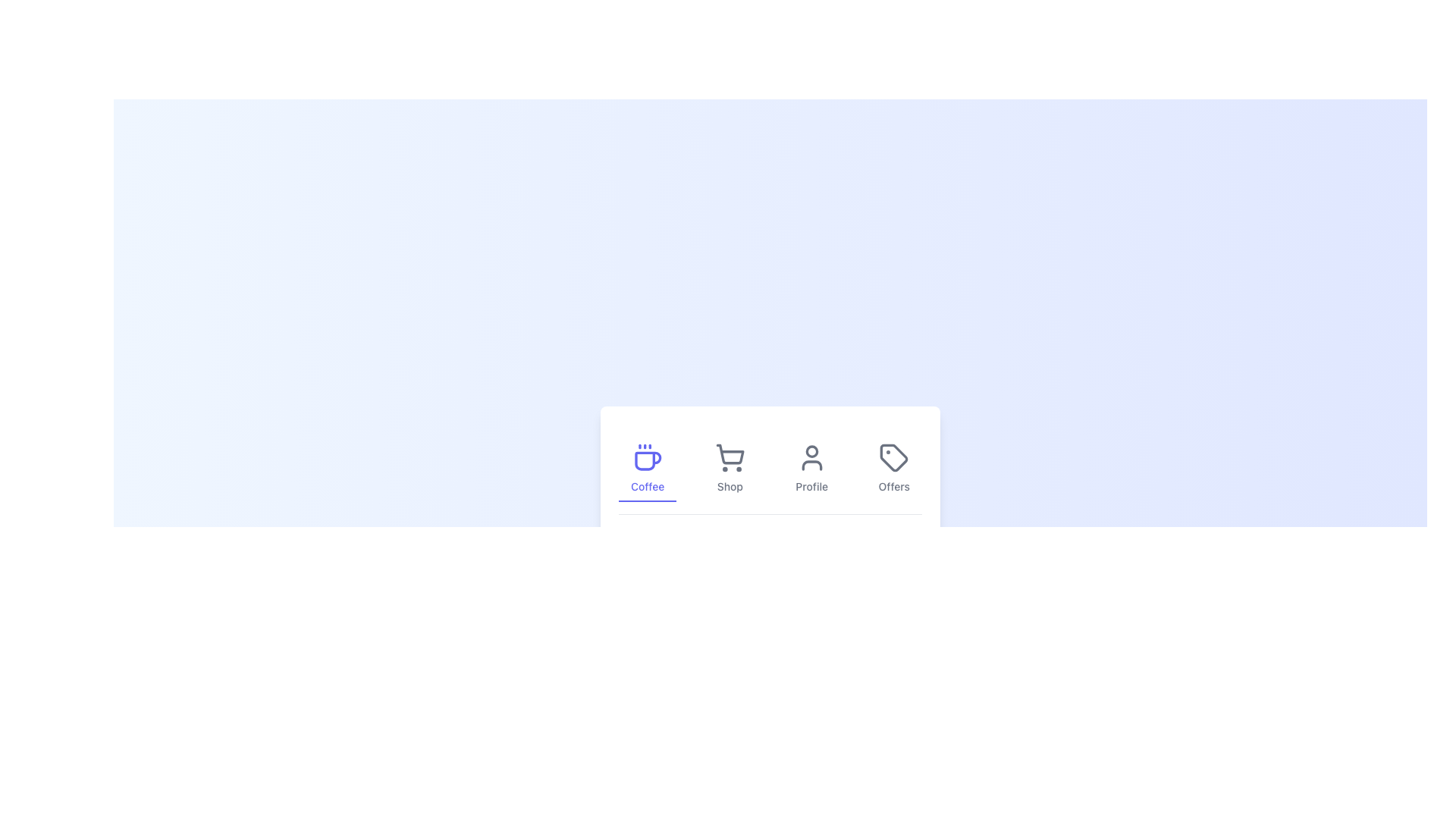  Describe the element at coordinates (894, 468) in the screenshot. I see `the 'Offers' button which is the last element in the horizontal menu bar, featuring a tag-shaped icon above the text label. The button changes its style to light indigo upon hover` at that location.